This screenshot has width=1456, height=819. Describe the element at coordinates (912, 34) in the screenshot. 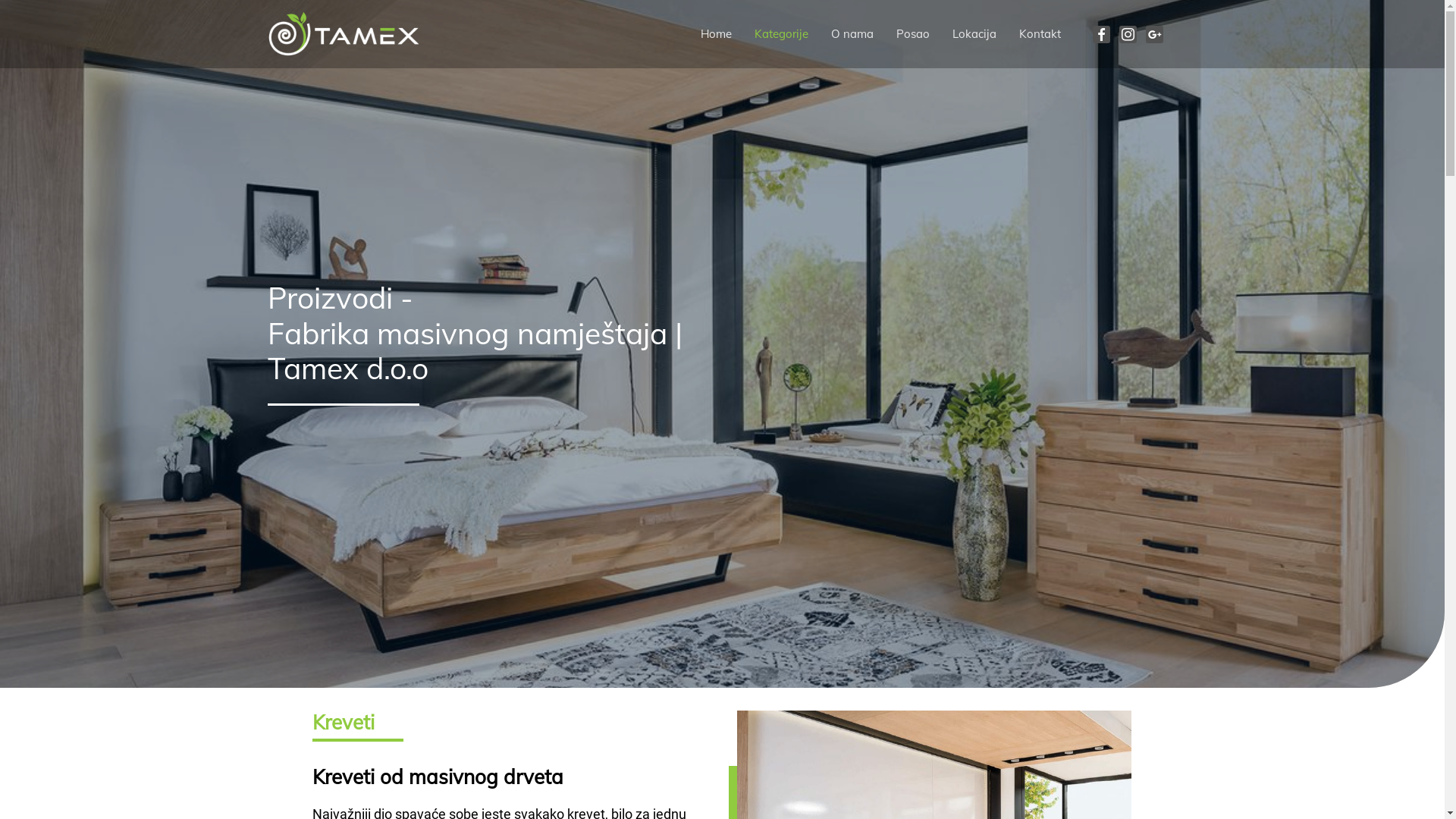

I see `'Posao'` at that location.